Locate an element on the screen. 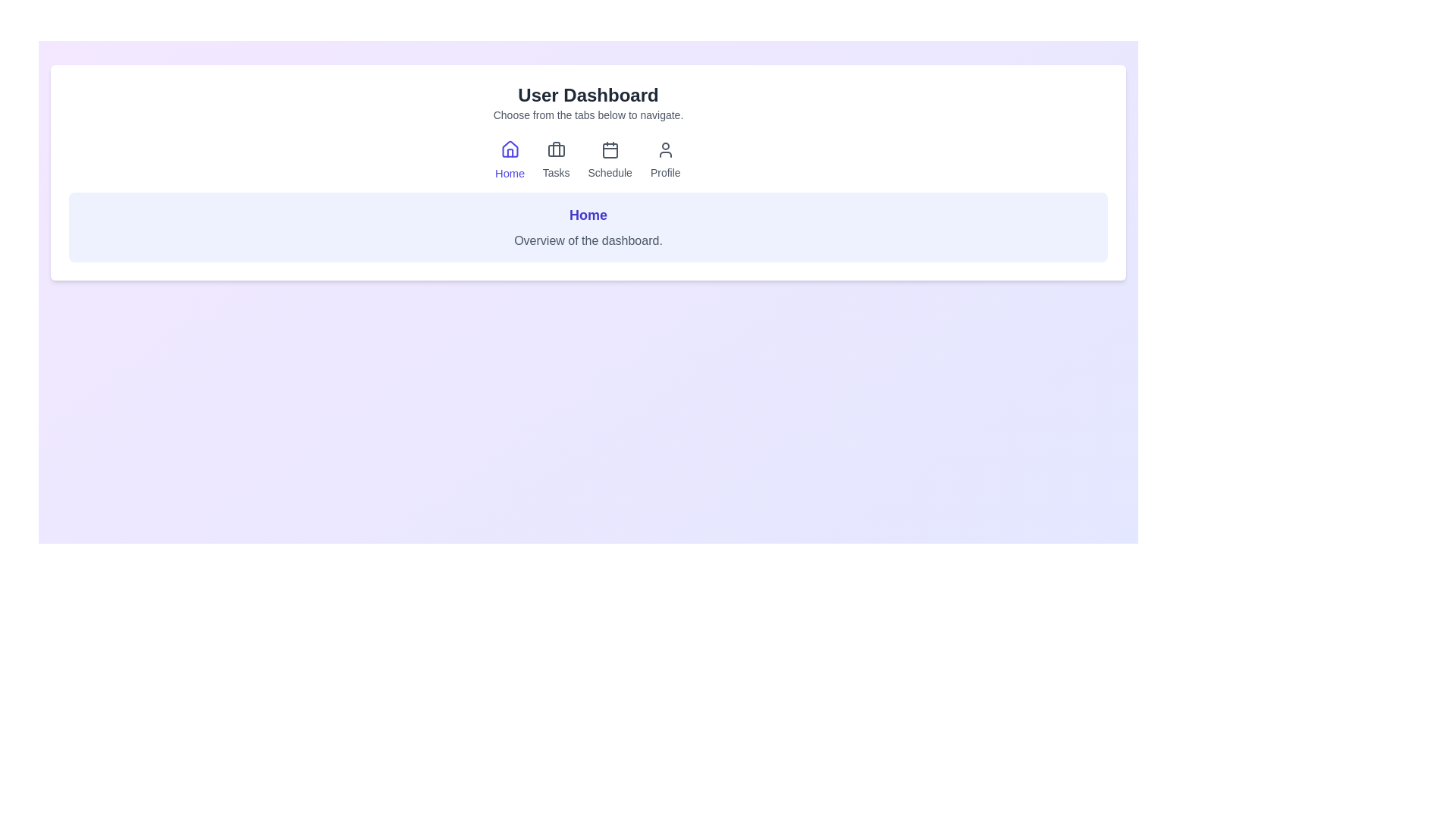 The width and height of the screenshot is (1456, 819). the heading text label that indicates the current section or context of the interface, positioned above the descriptive text 'Overview of the dashboard.' is located at coordinates (588, 215).